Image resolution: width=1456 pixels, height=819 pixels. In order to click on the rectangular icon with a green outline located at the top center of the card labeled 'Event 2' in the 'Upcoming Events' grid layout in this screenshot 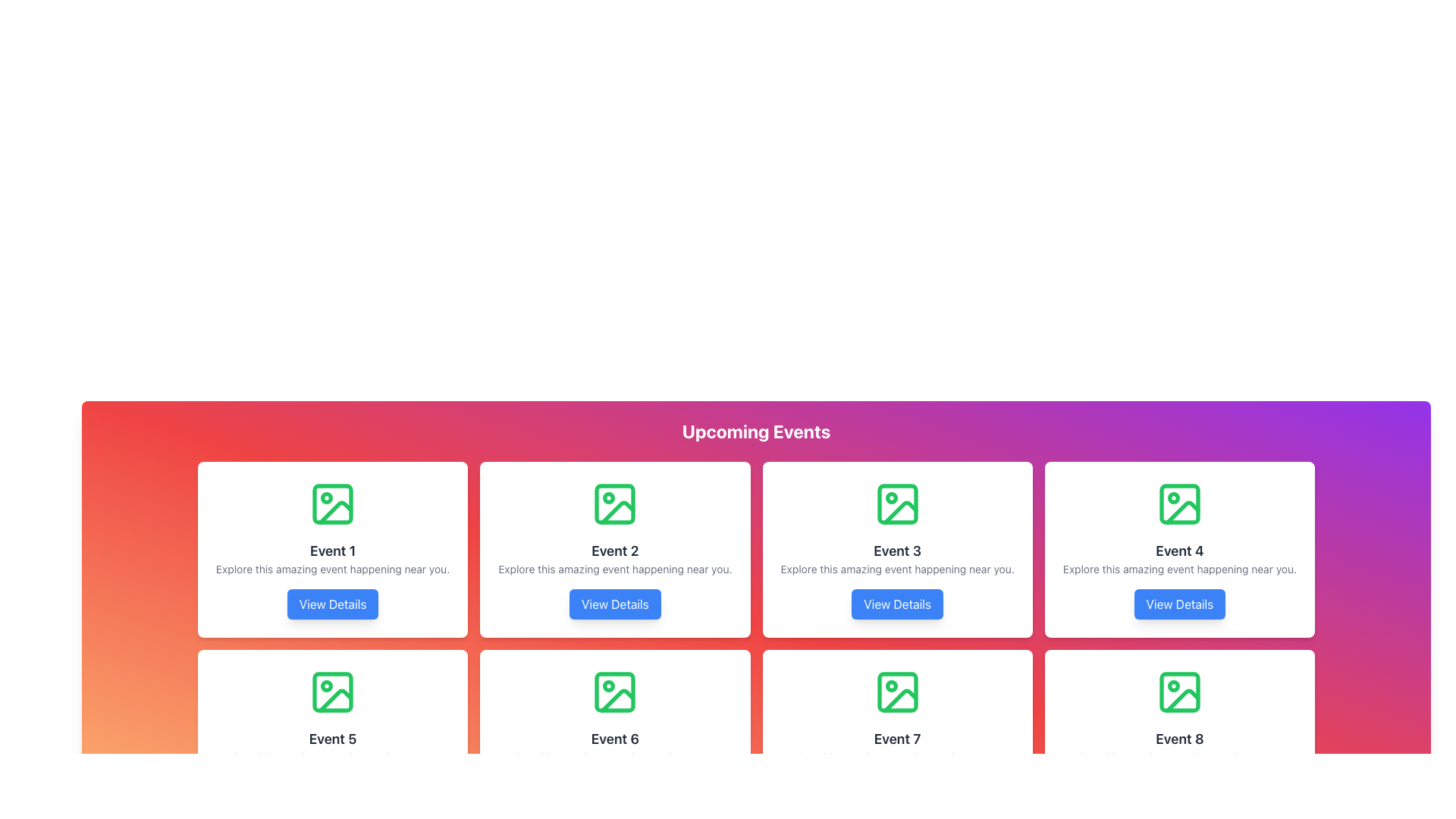, I will do `click(615, 504)`.